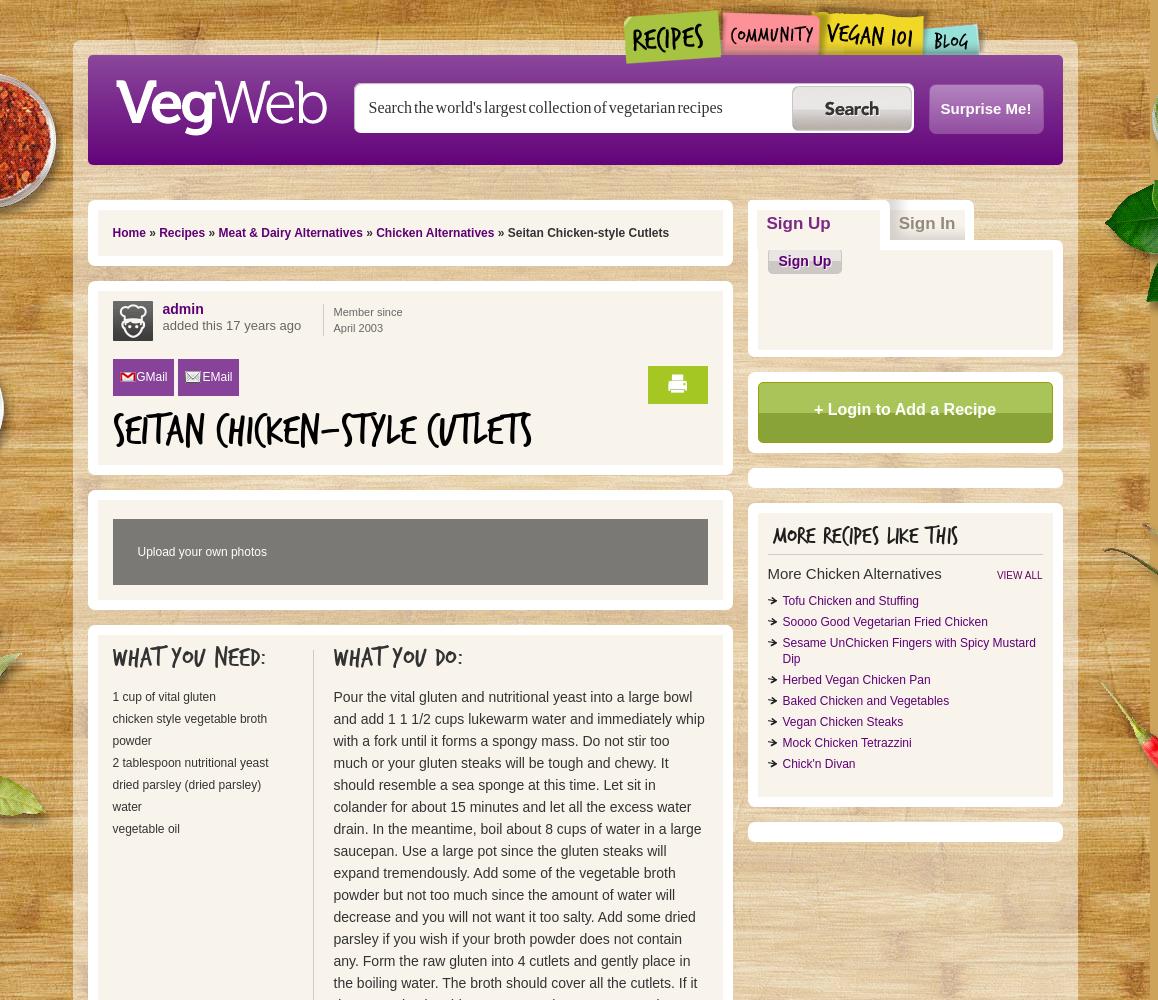  What do you see at coordinates (201, 552) in the screenshot?
I see `'Upload your own photos'` at bounding box center [201, 552].